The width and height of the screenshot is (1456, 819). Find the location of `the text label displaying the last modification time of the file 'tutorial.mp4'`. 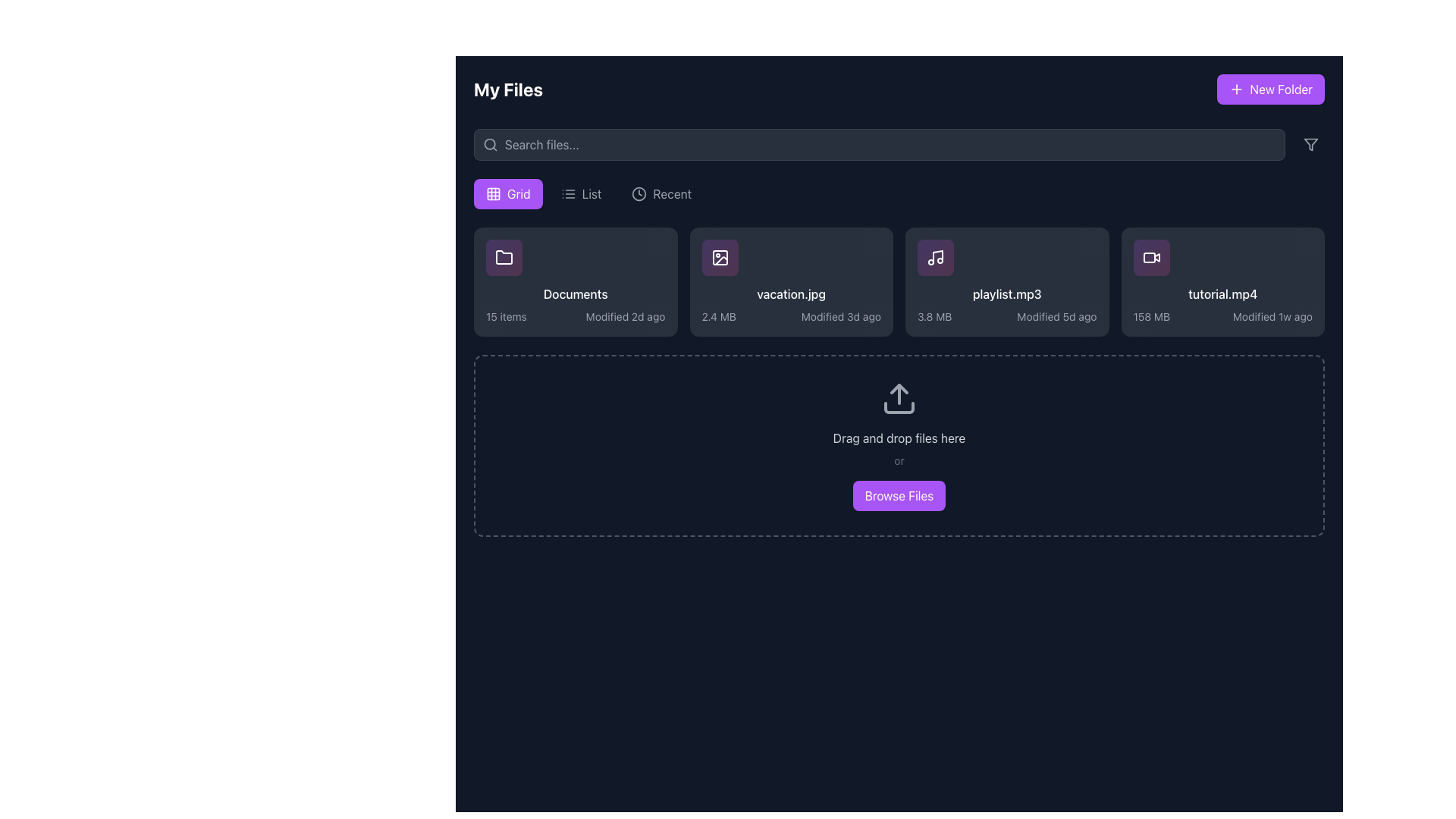

the text label displaying the last modification time of the file 'tutorial.mp4' is located at coordinates (1272, 315).